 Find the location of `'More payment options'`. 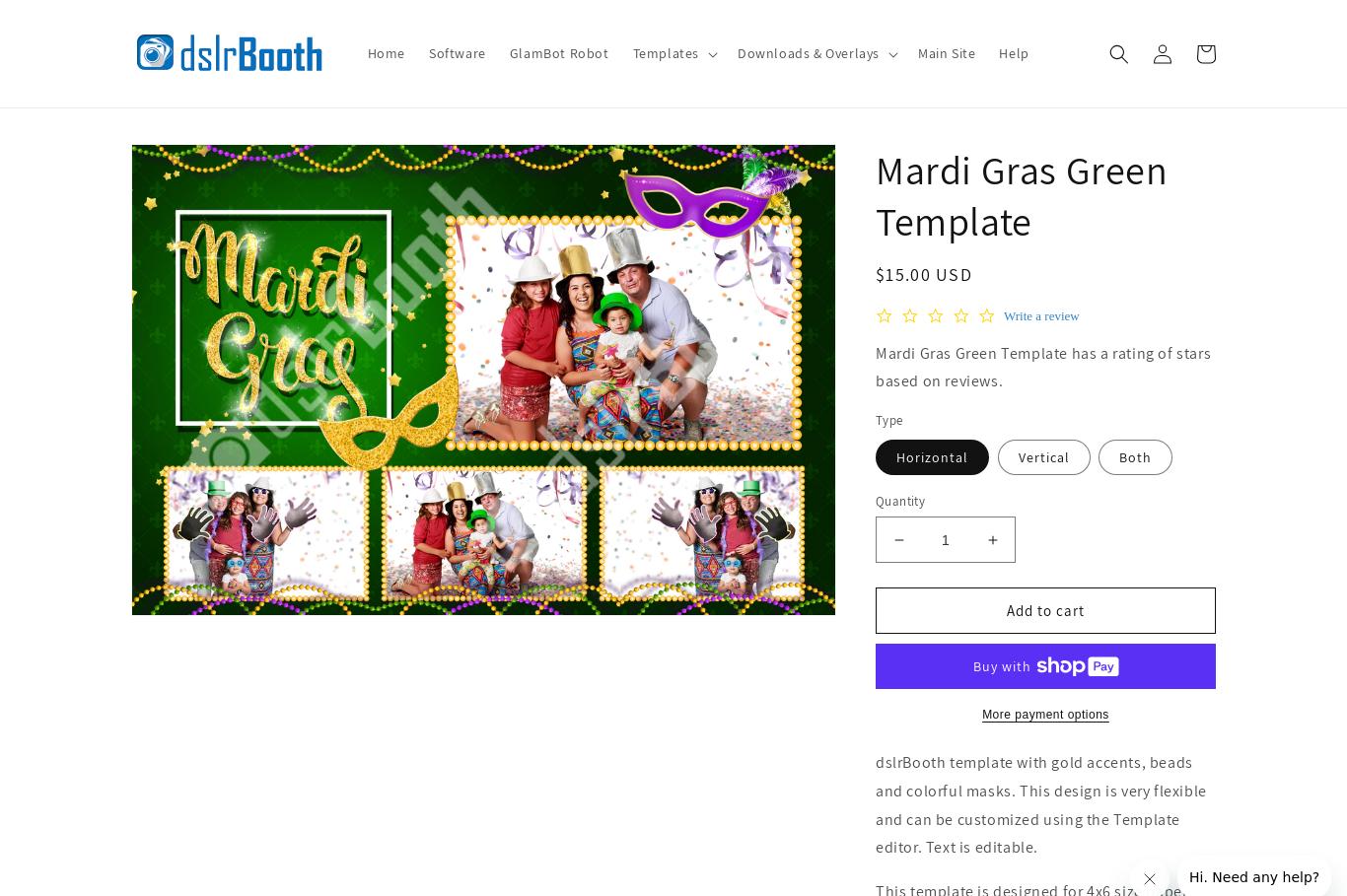

'More payment options' is located at coordinates (1044, 714).